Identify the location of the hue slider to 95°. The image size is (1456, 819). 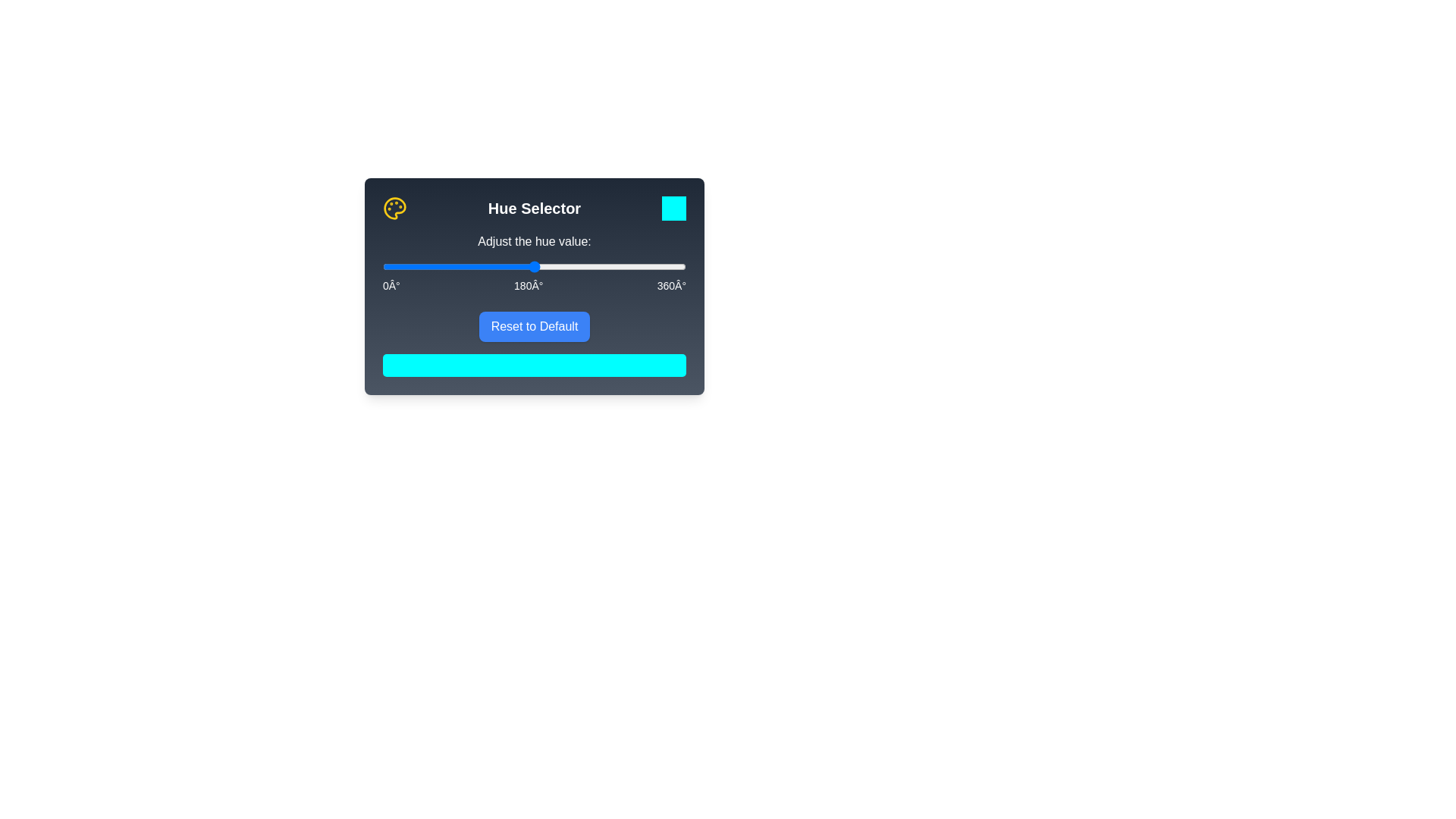
(462, 265).